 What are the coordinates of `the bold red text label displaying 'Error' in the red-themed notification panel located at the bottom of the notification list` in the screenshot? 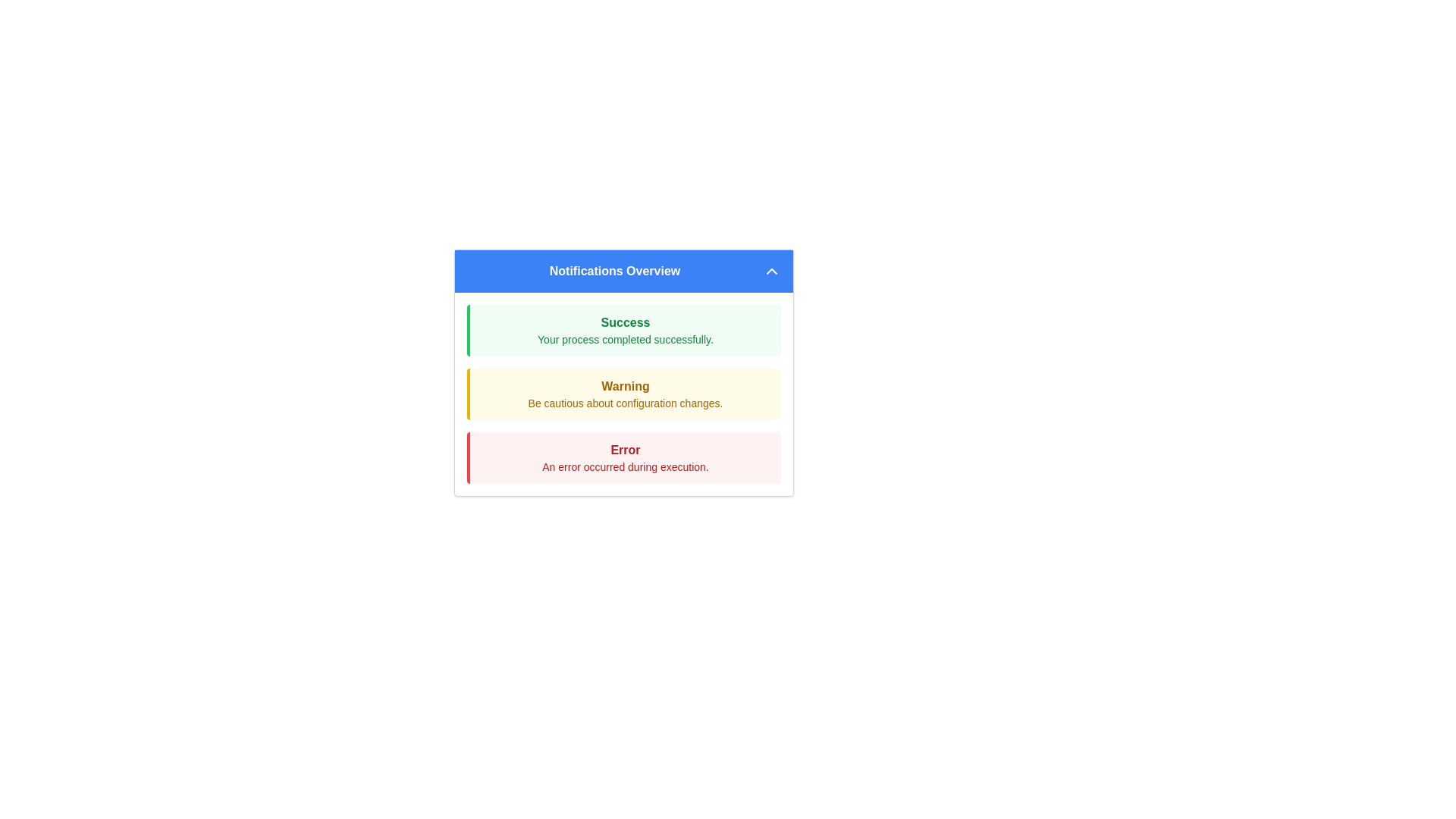 It's located at (626, 450).